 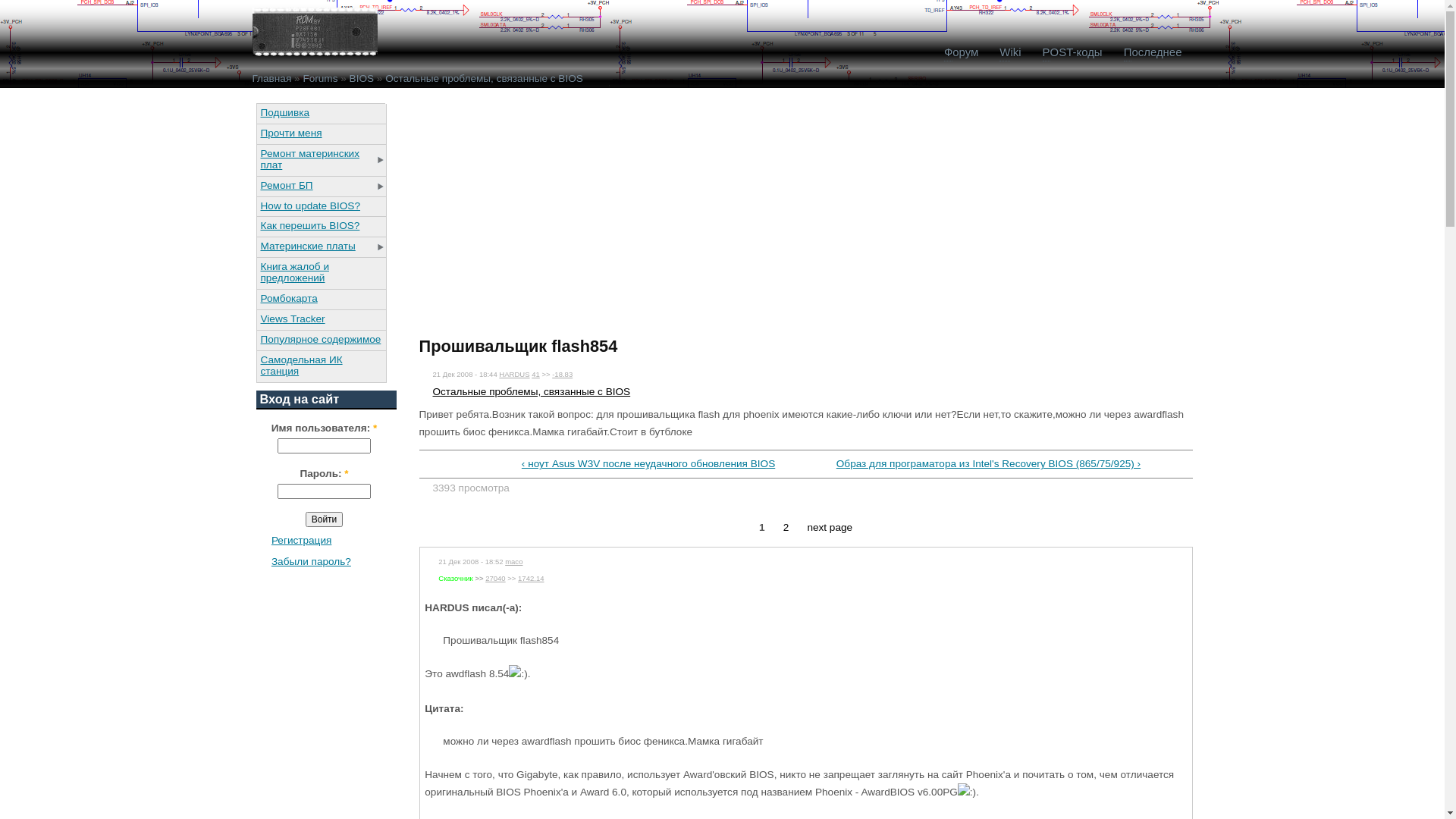 I want to click on 'ROM.by', so click(x=313, y=32).